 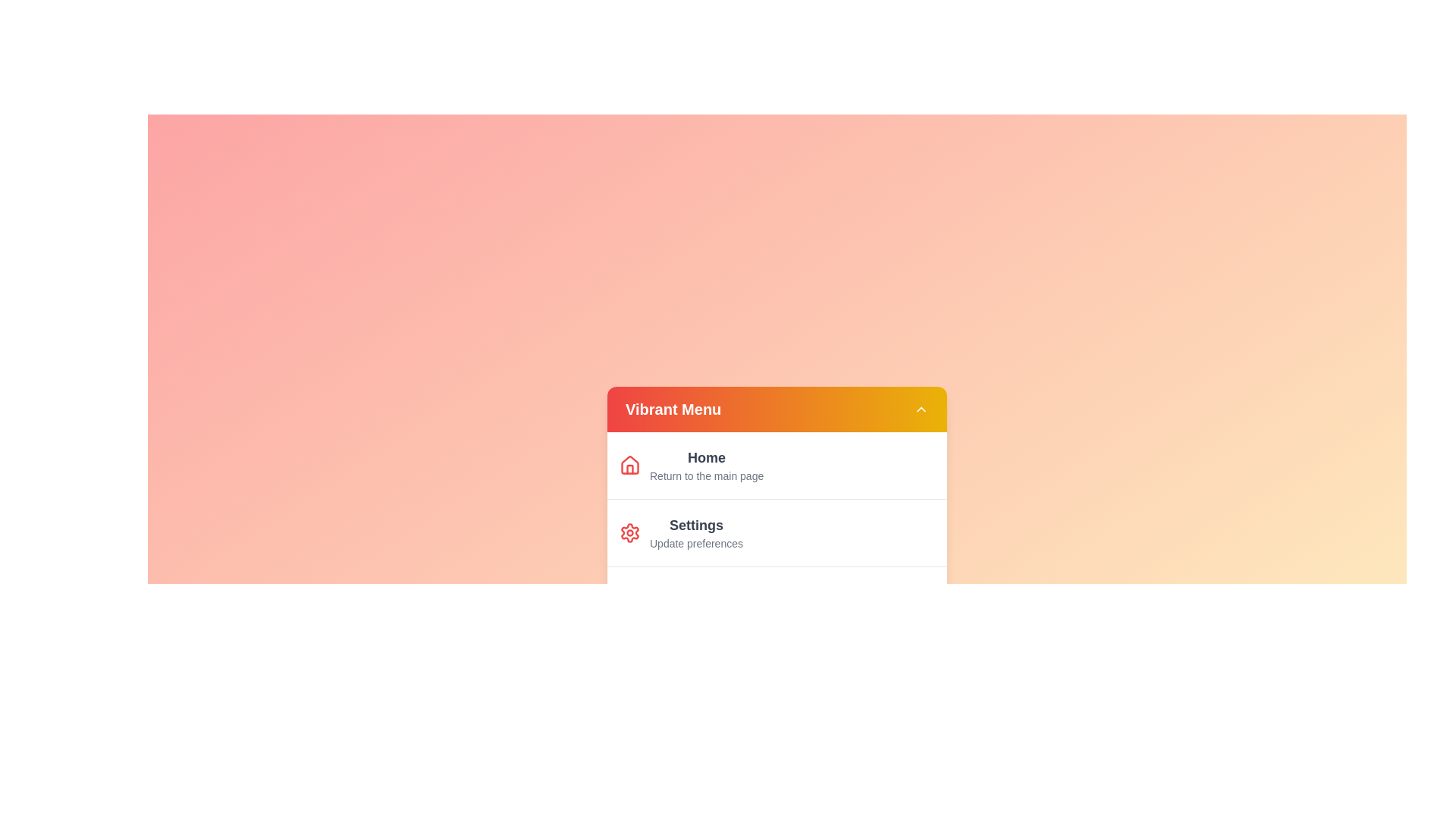 I want to click on the menu item Settings, so click(x=695, y=532).